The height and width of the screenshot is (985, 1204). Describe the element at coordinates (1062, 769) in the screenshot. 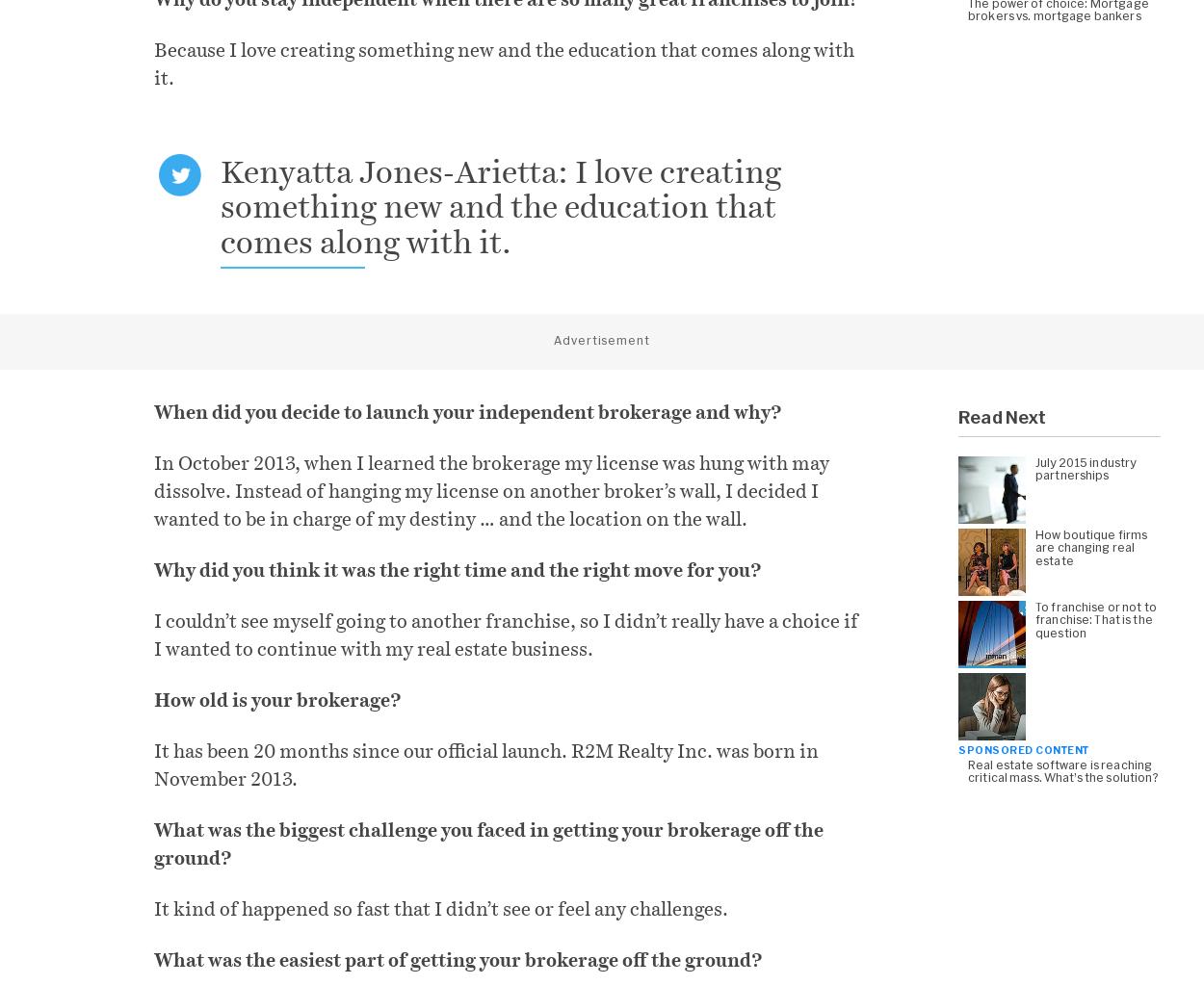

I see `'Real estate software is reaching critical mass. What’s the solution?'` at that location.